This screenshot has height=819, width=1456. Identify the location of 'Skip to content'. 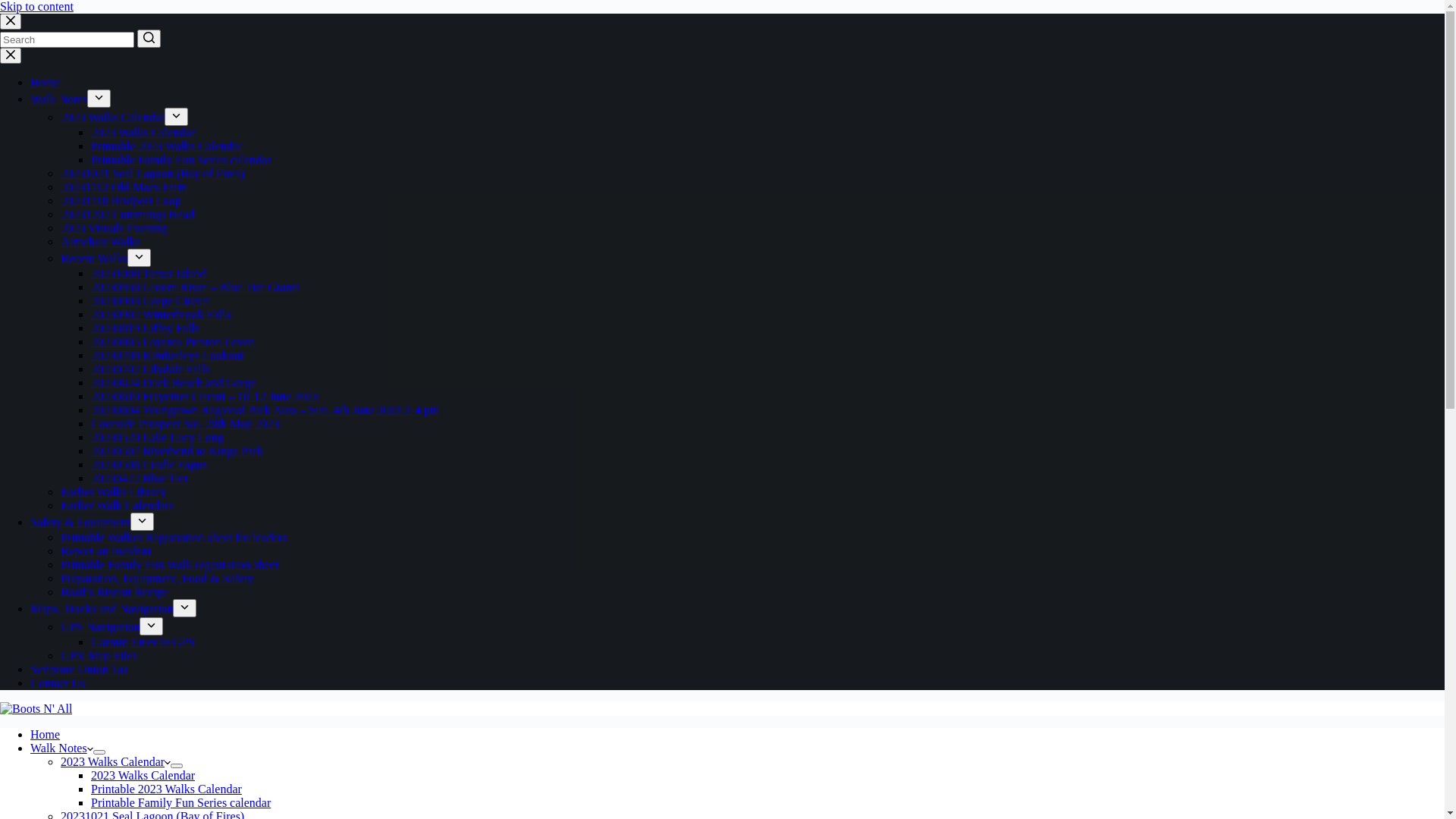
(36, 6).